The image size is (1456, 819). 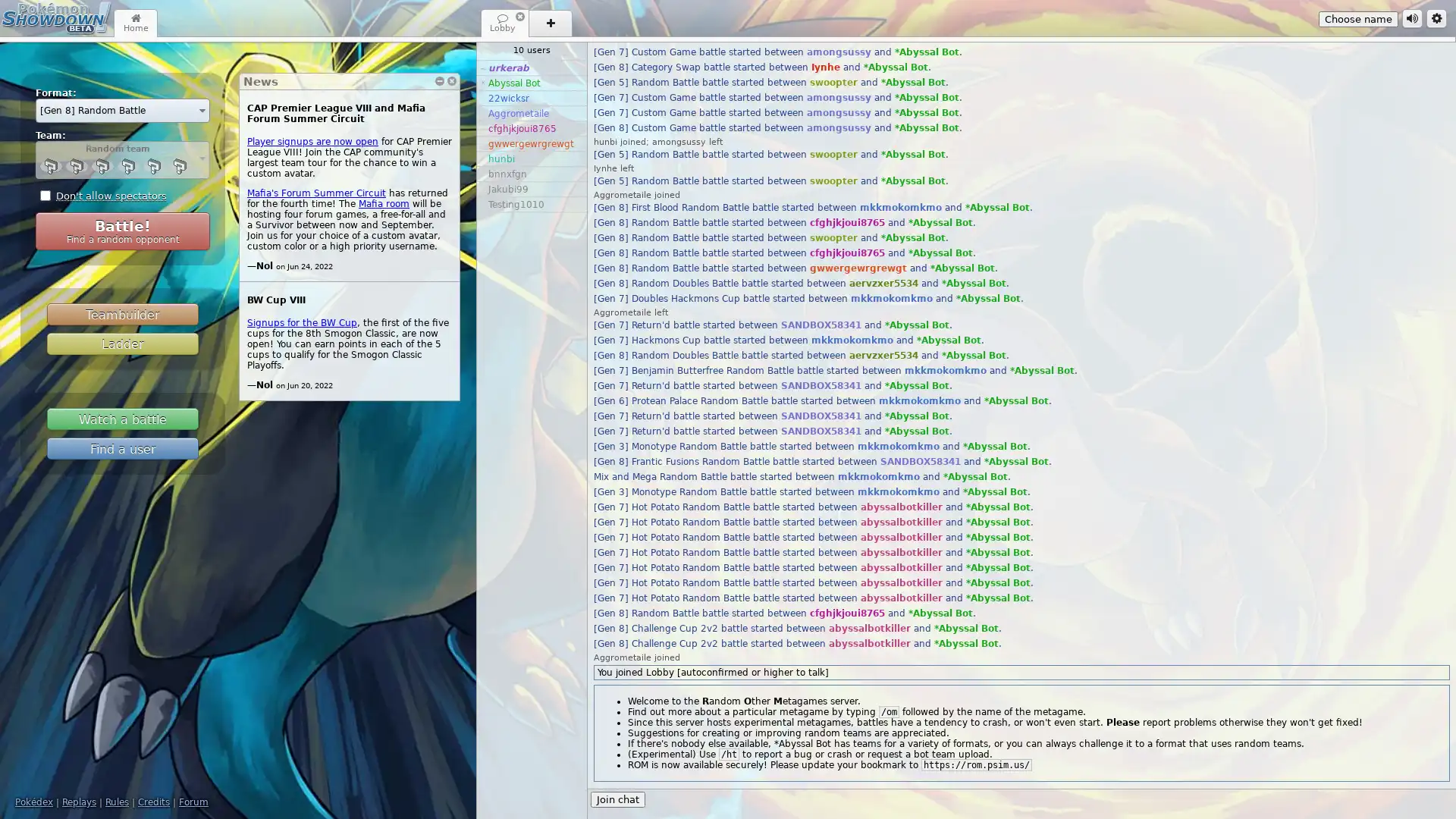 I want to click on Random team, so click(x=123, y=160).